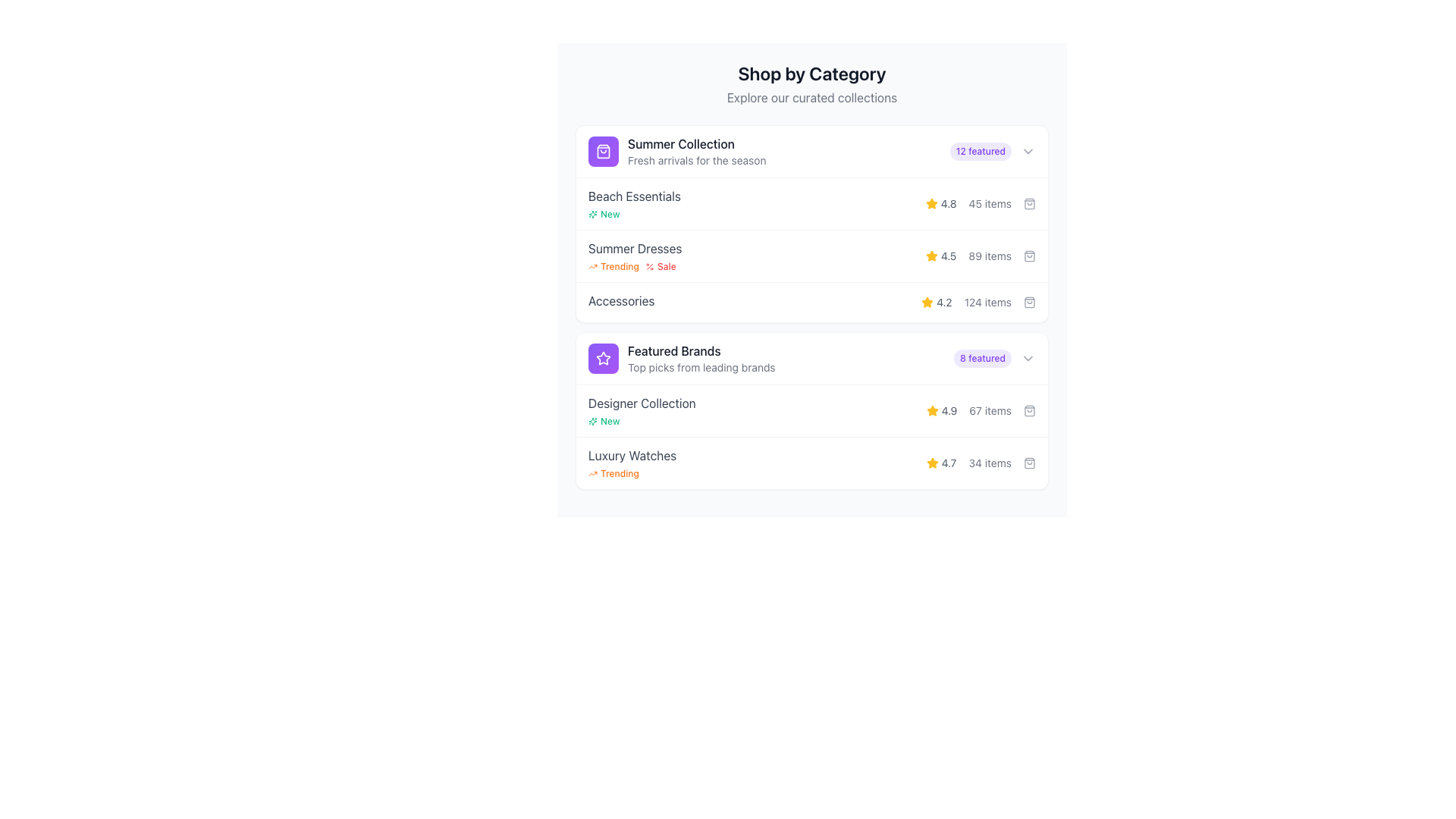  I want to click on the orange 'Trending' label, which is located to the left of the red 'Sale' label under the 'Summer Dresses' category, so click(613, 265).